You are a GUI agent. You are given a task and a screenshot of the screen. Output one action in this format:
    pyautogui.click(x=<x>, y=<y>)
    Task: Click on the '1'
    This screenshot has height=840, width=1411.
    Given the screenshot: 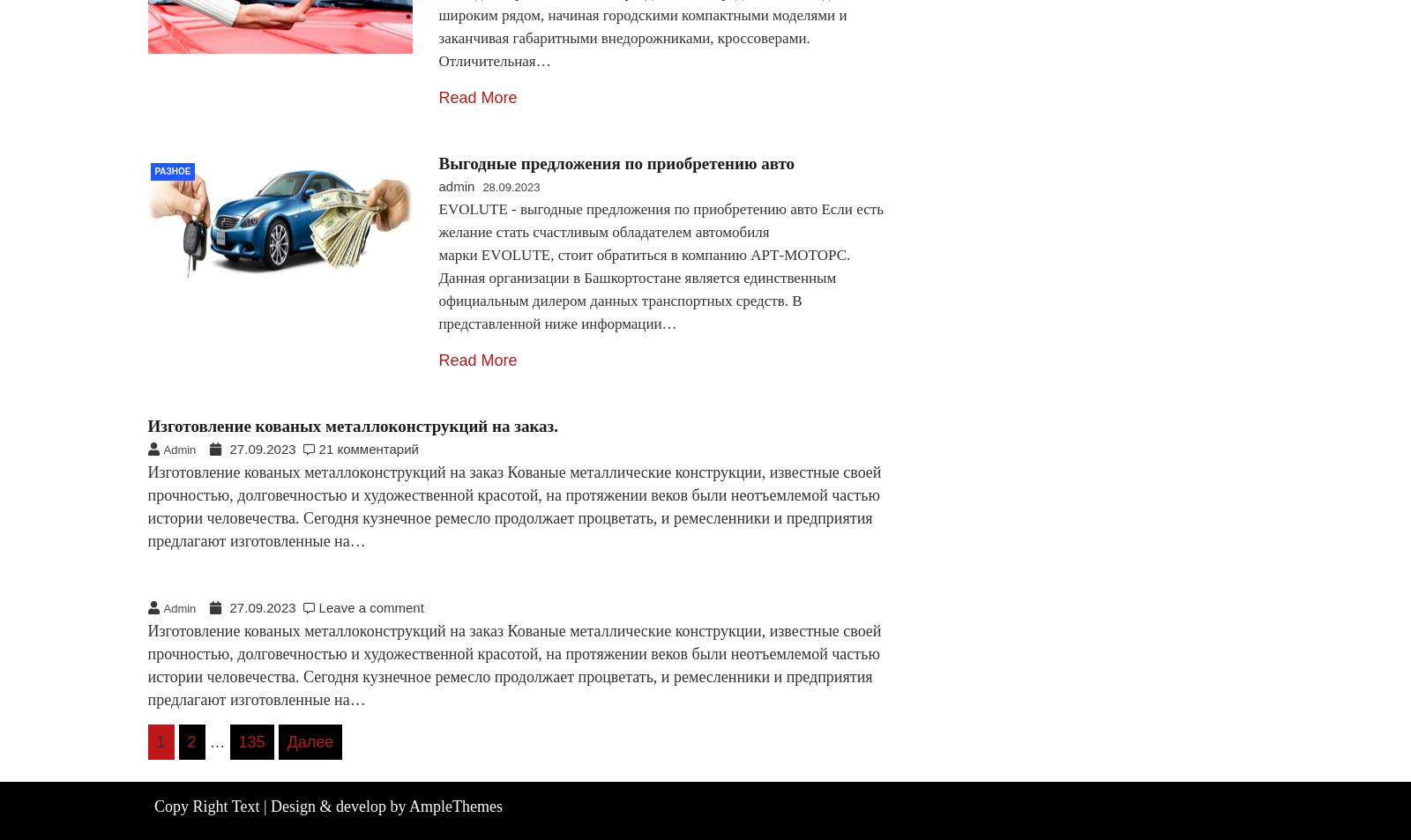 What is the action you would take?
    pyautogui.click(x=160, y=741)
    